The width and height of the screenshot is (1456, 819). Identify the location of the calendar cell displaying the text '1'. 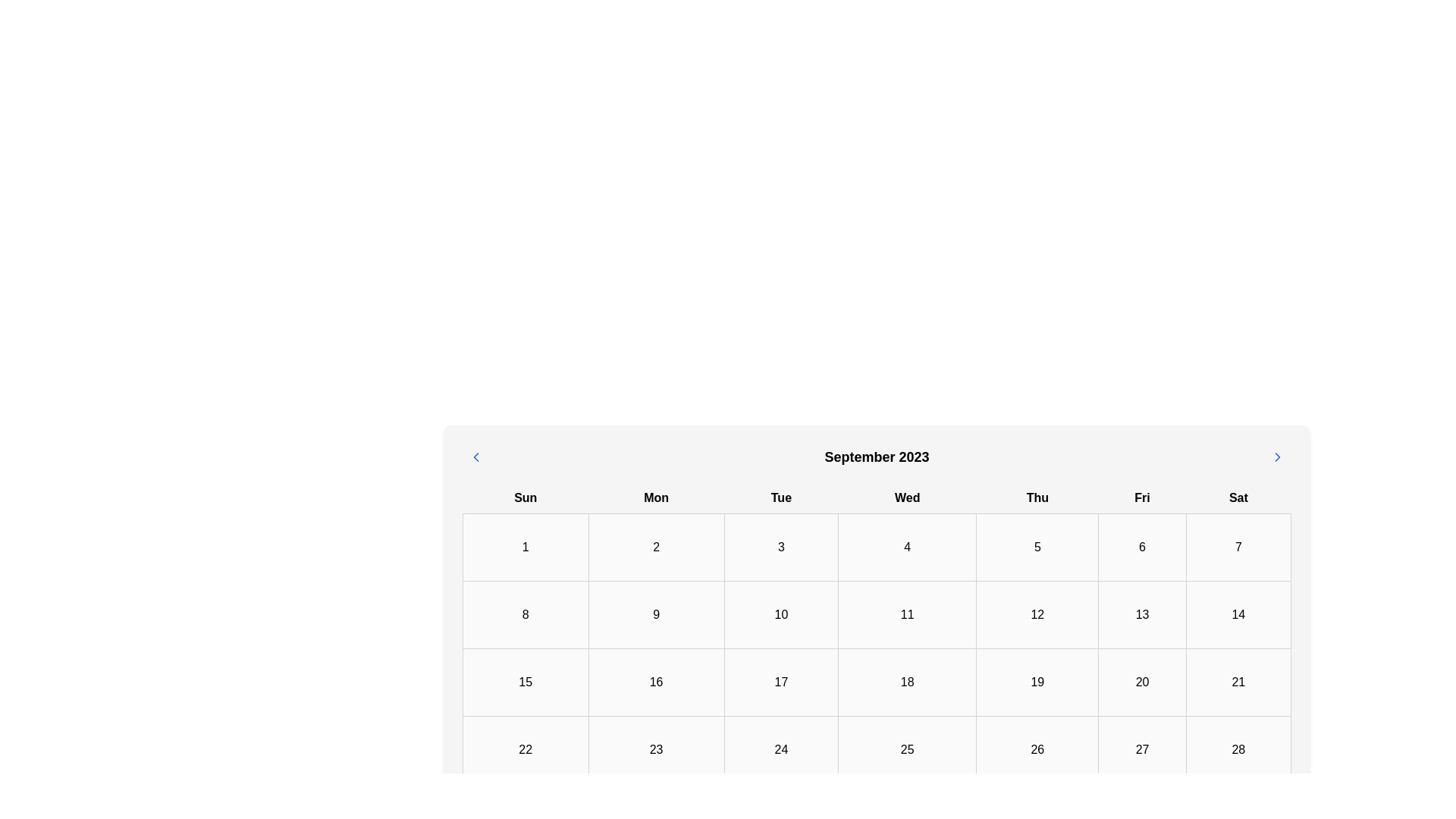
(526, 547).